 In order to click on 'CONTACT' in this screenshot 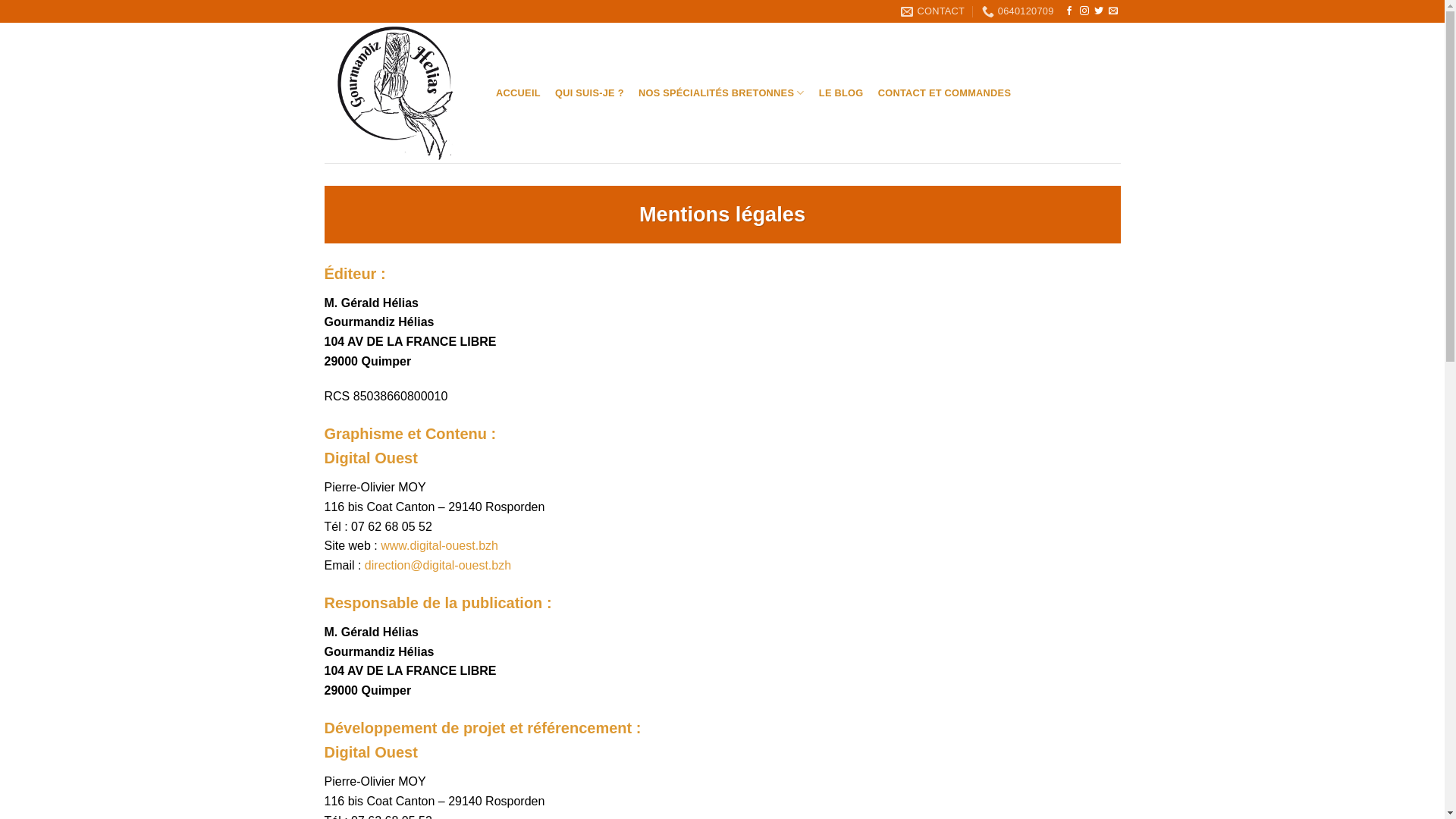, I will do `click(931, 11)`.